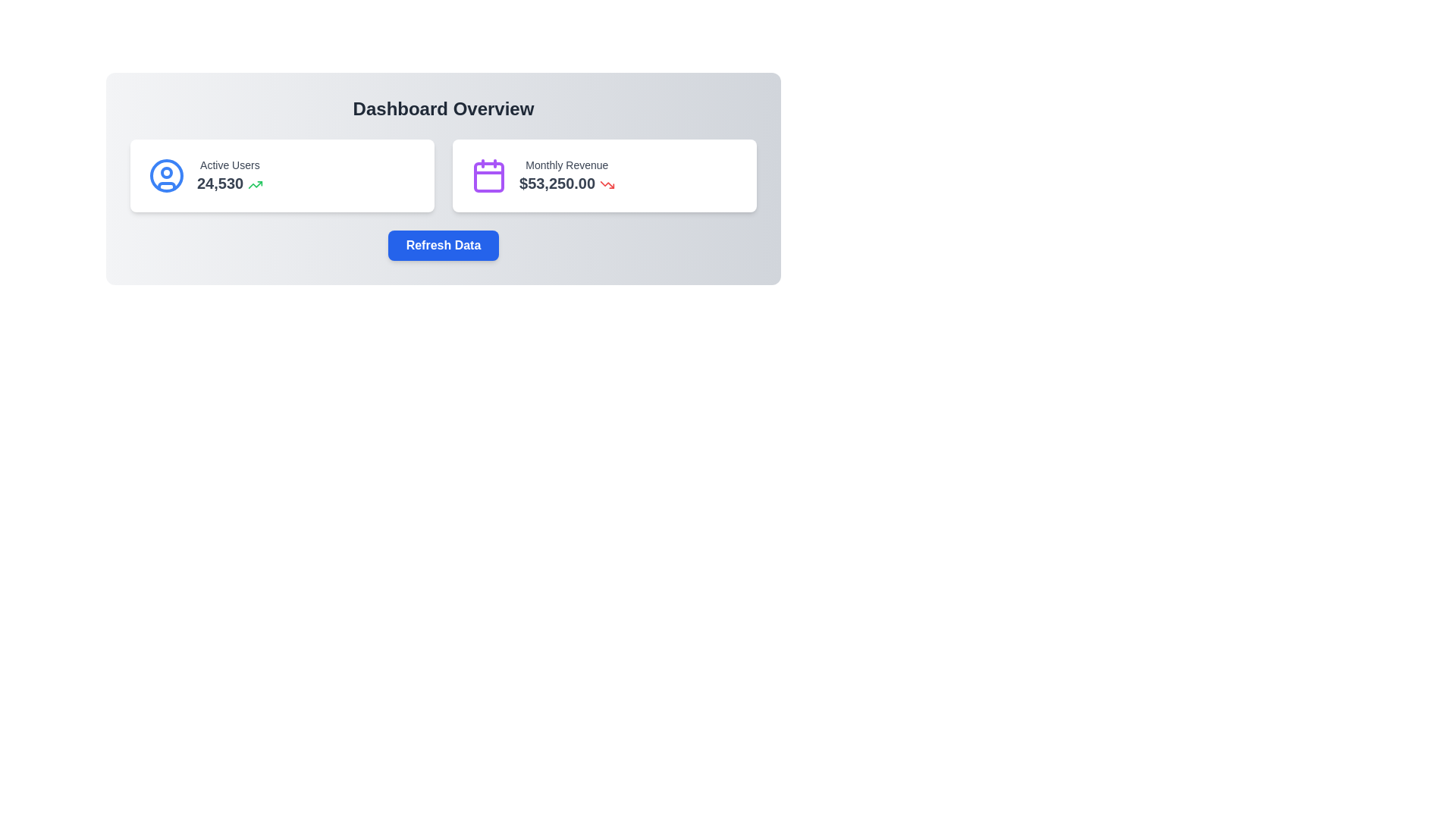  I want to click on the total count of active users displayed as '24,530' in the left panel of the dashboard overview card, next to the upward trending green arrow icon, so click(229, 183).